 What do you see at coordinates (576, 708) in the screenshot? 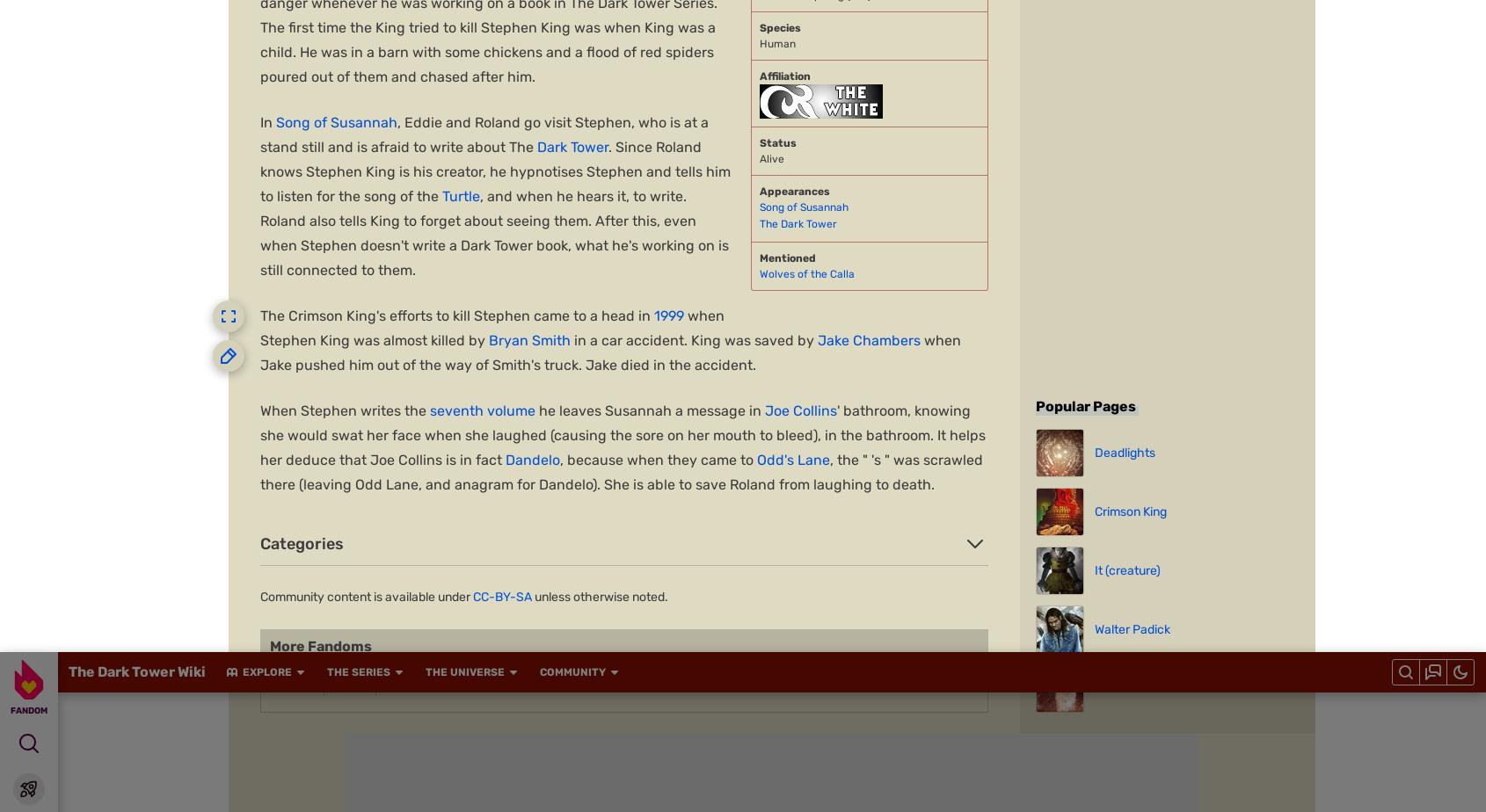
I see `'Press'` at bounding box center [576, 708].